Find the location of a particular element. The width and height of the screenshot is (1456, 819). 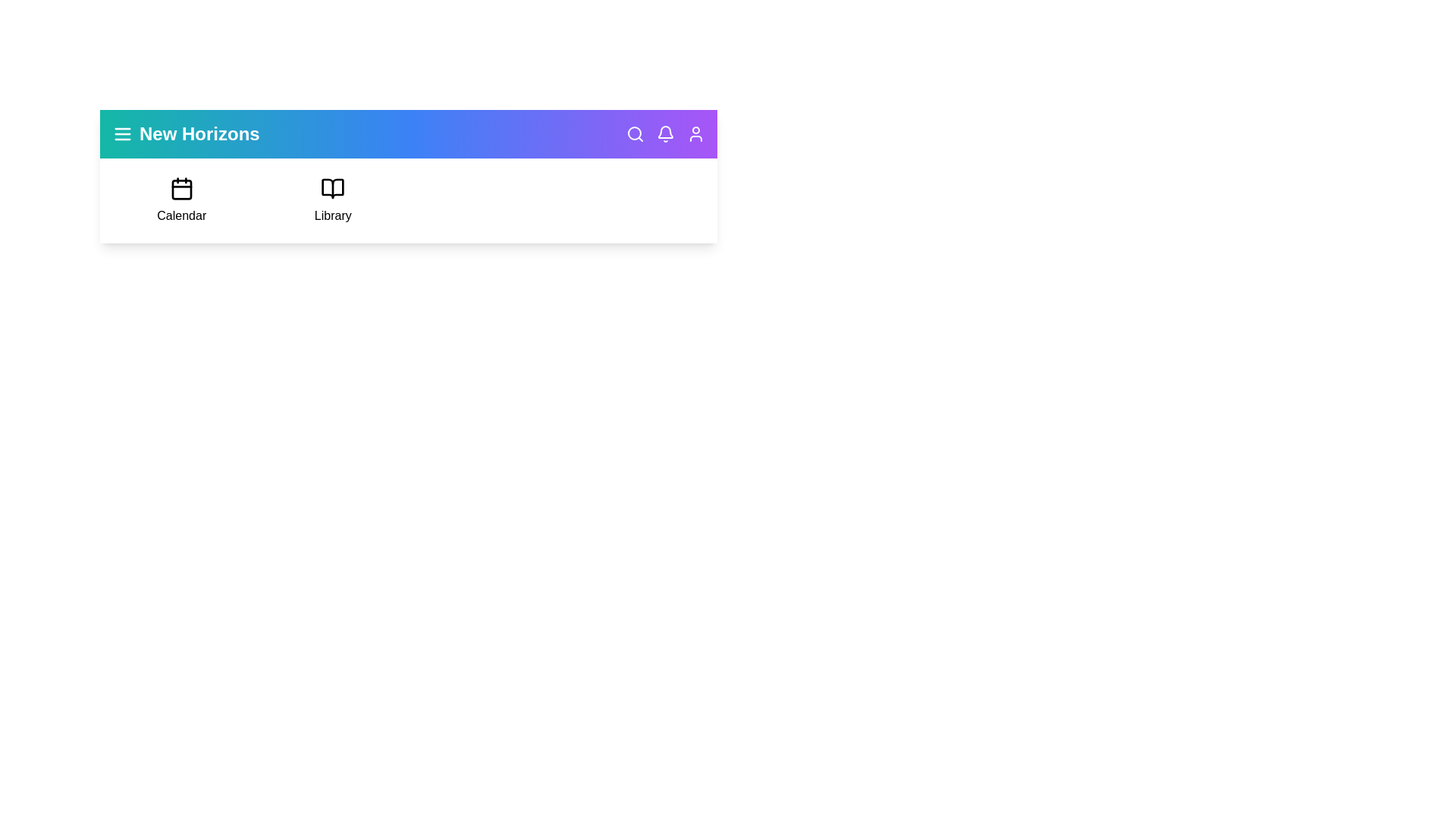

the search icon in the app bar is located at coordinates (635, 133).